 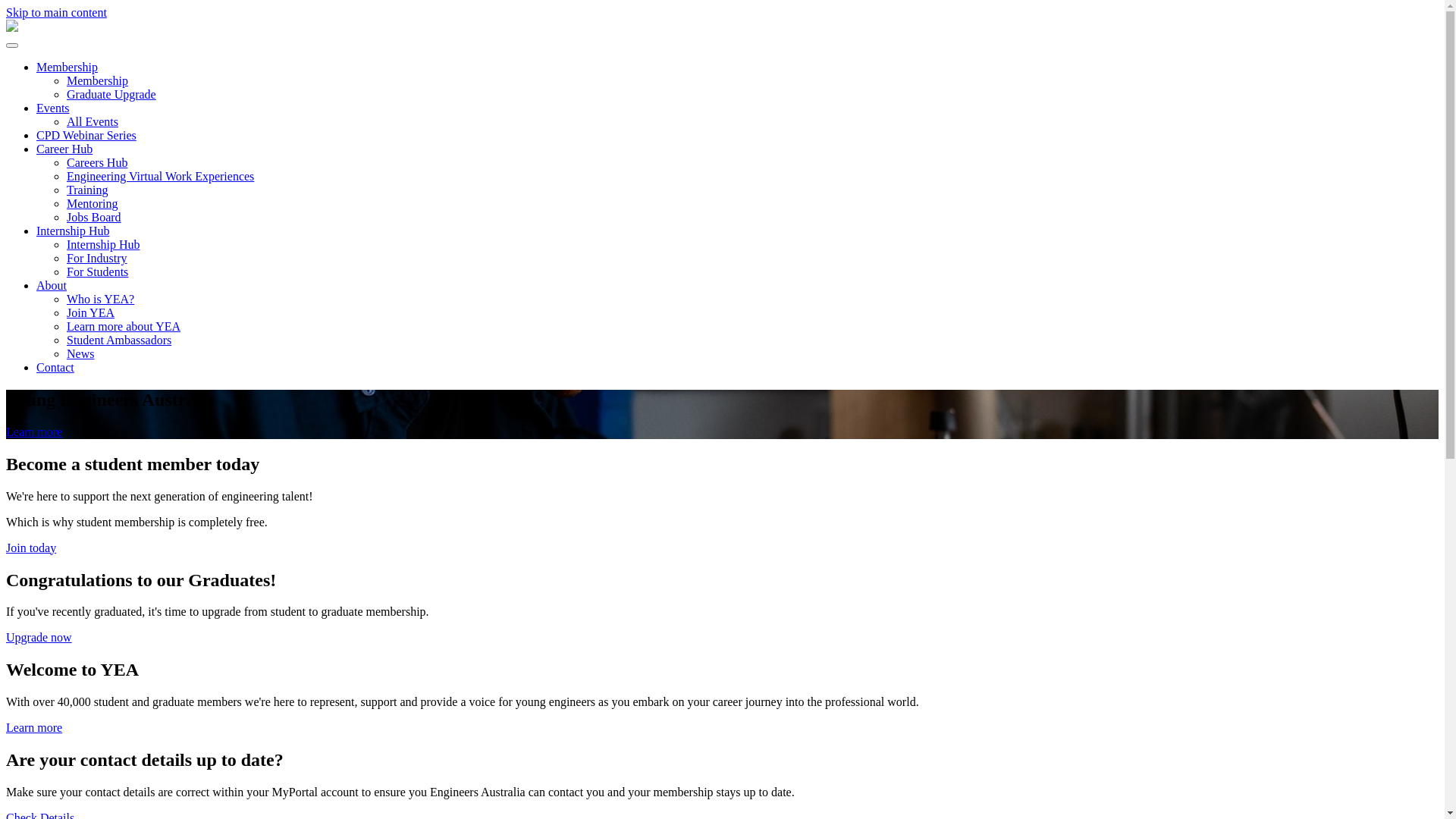 What do you see at coordinates (72, 231) in the screenshot?
I see `'Internship Hub'` at bounding box center [72, 231].